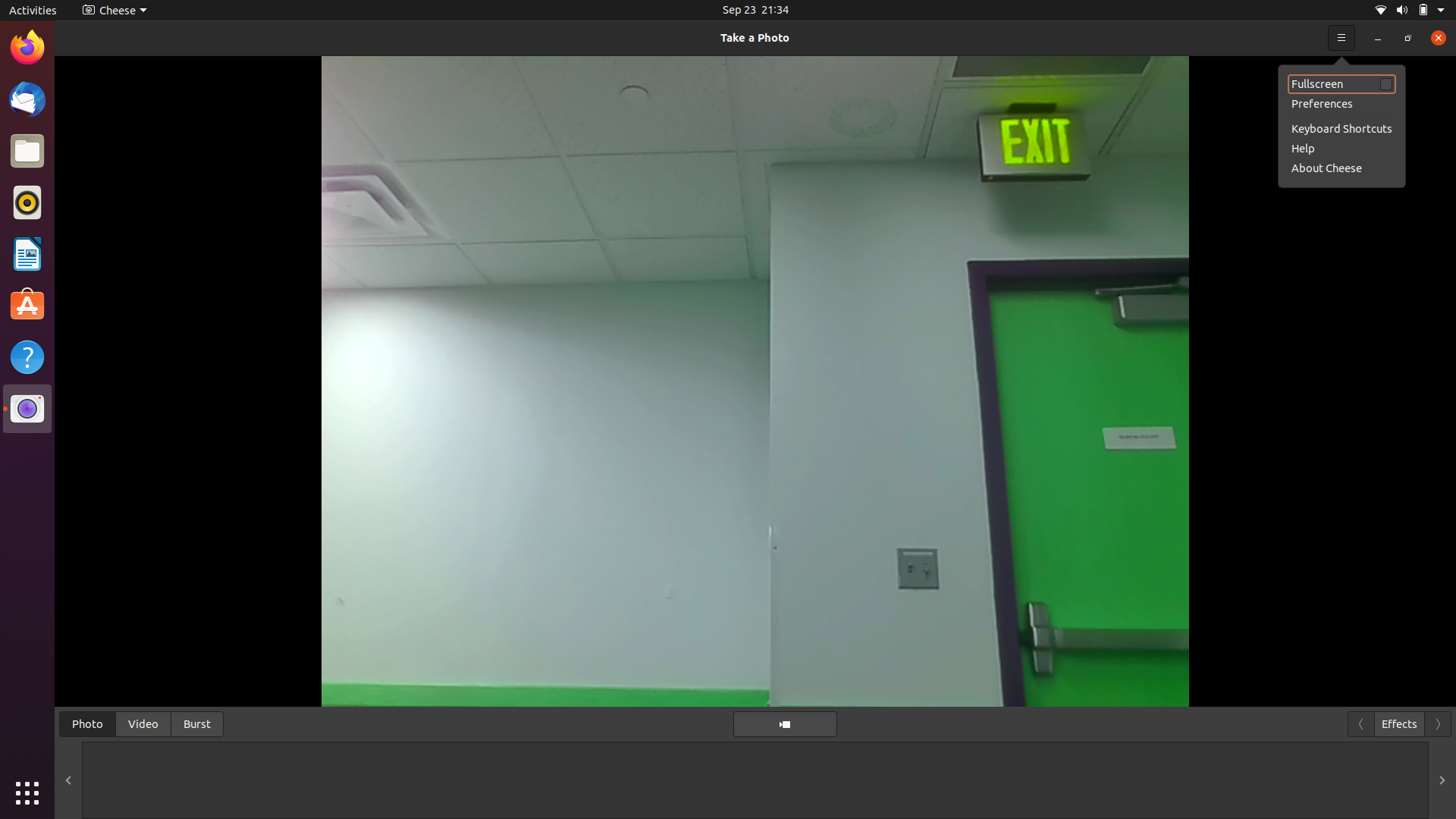 Image resolution: width=1456 pixels, height=819 pixels. Describe the element at coordinates (143, 722) in the screenshot. I see `Transition to video mode and commence video capture` at that location.